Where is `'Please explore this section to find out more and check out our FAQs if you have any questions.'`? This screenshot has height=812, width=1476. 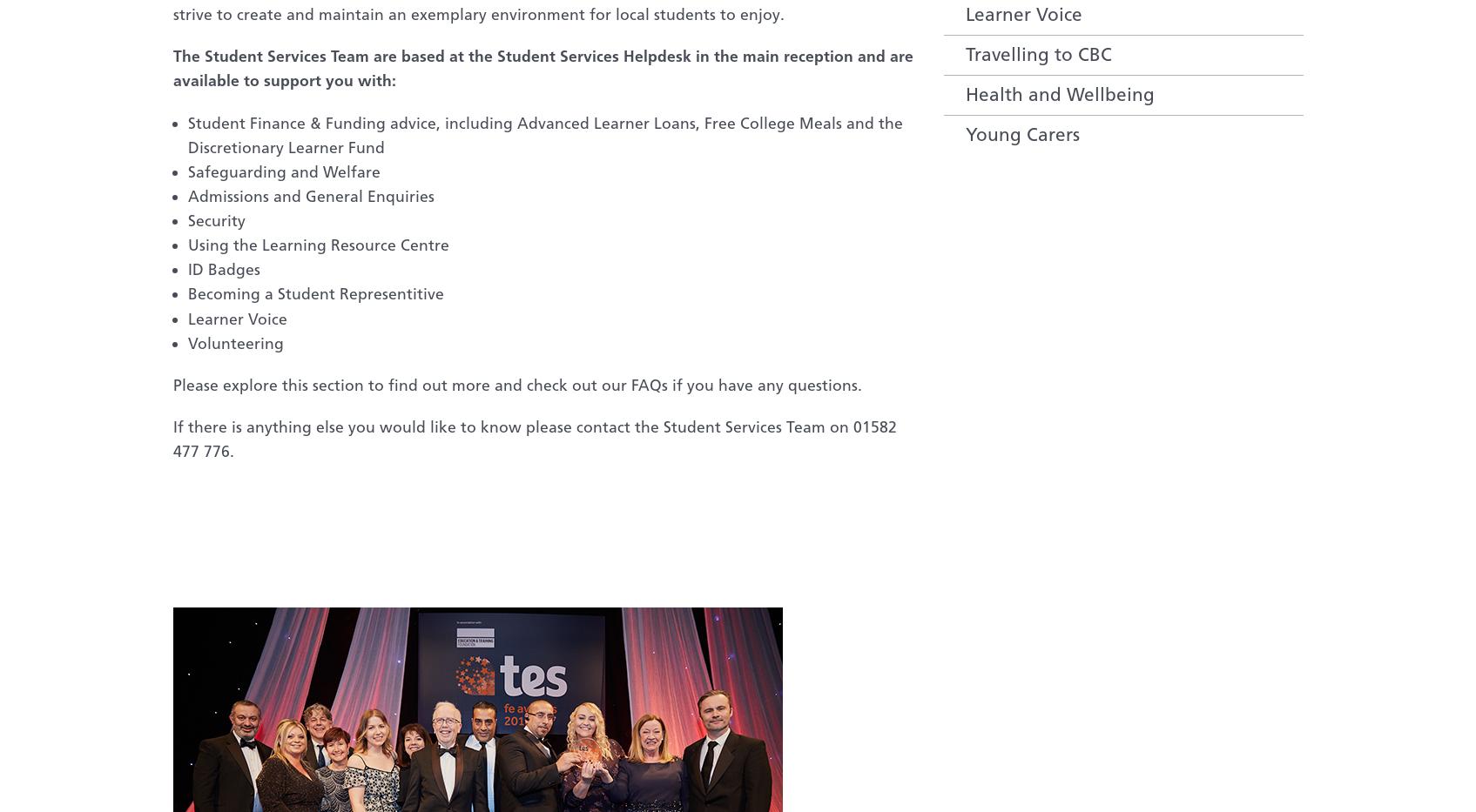 'Please explore this section to find out more and check out our FAQs if you have any questions.' is located at coordinates (171, 383).